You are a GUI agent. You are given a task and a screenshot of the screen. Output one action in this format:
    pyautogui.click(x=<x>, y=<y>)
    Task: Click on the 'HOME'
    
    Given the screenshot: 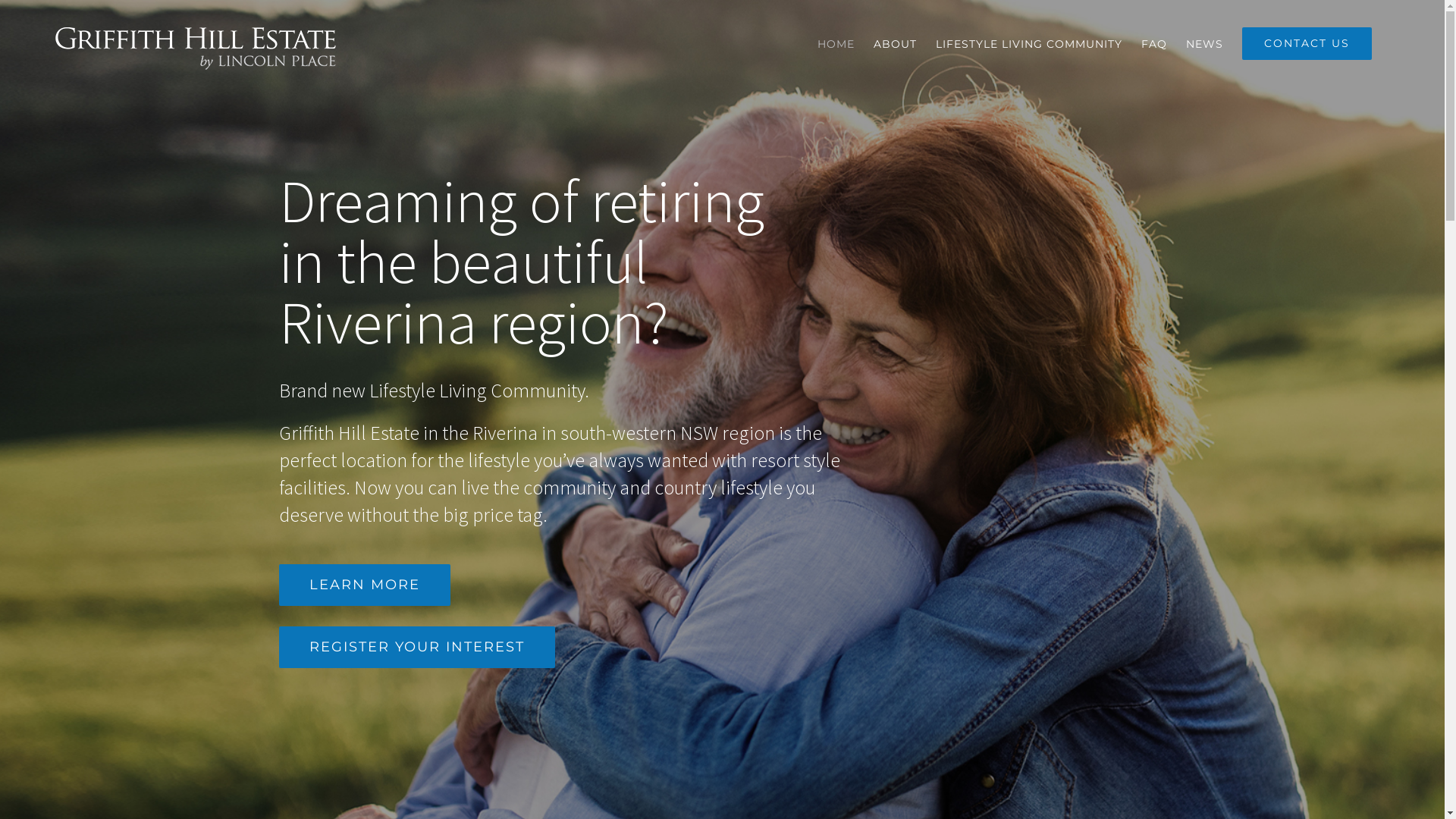 What is the action you would take?
    pyautogui.click(x=835, y=42)
    